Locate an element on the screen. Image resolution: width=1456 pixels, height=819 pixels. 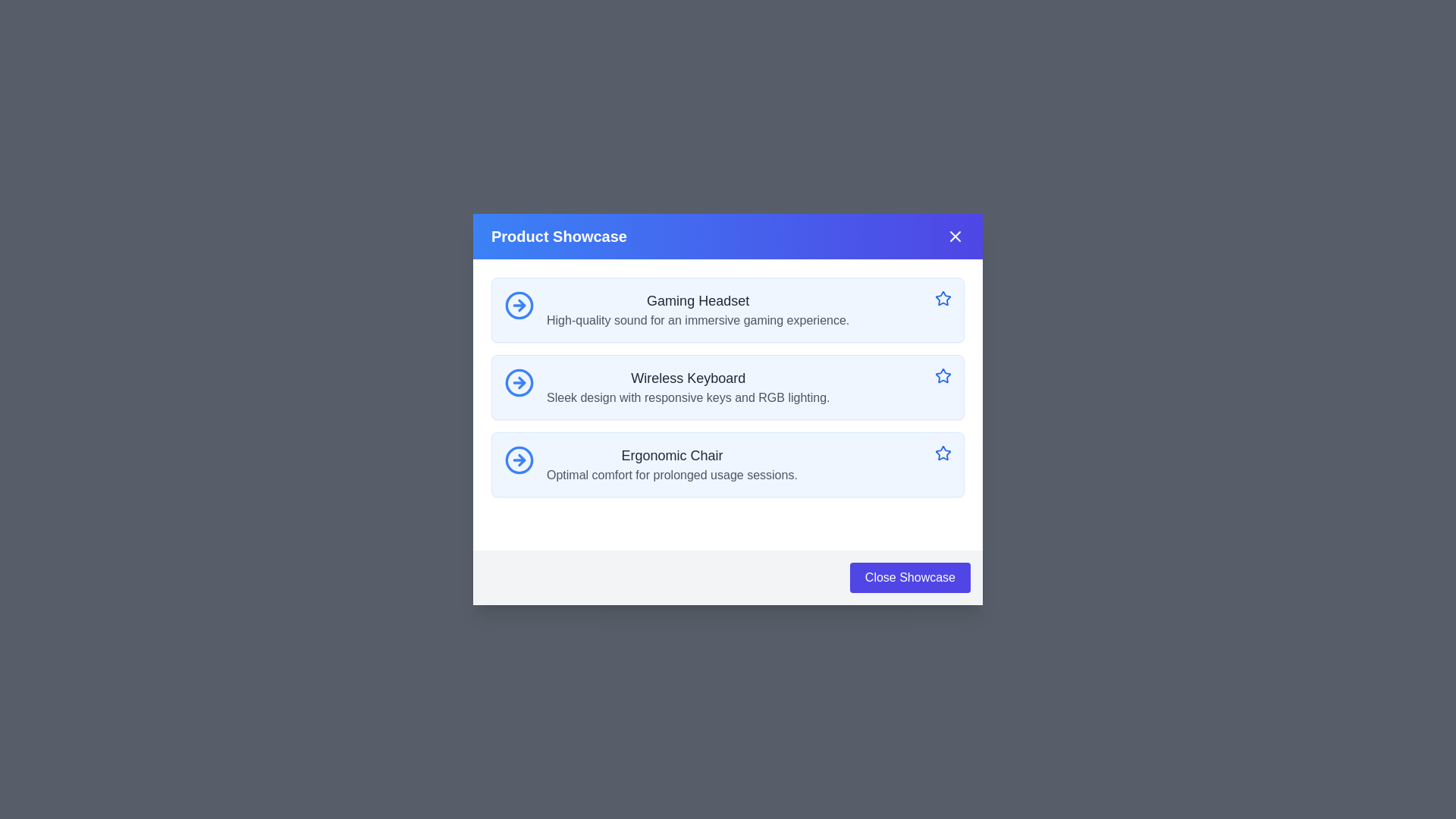
the close icon located in the upper-right corner of the dialog box, next to the title text 'Product Showcase' is located at coordinates (954, 237).